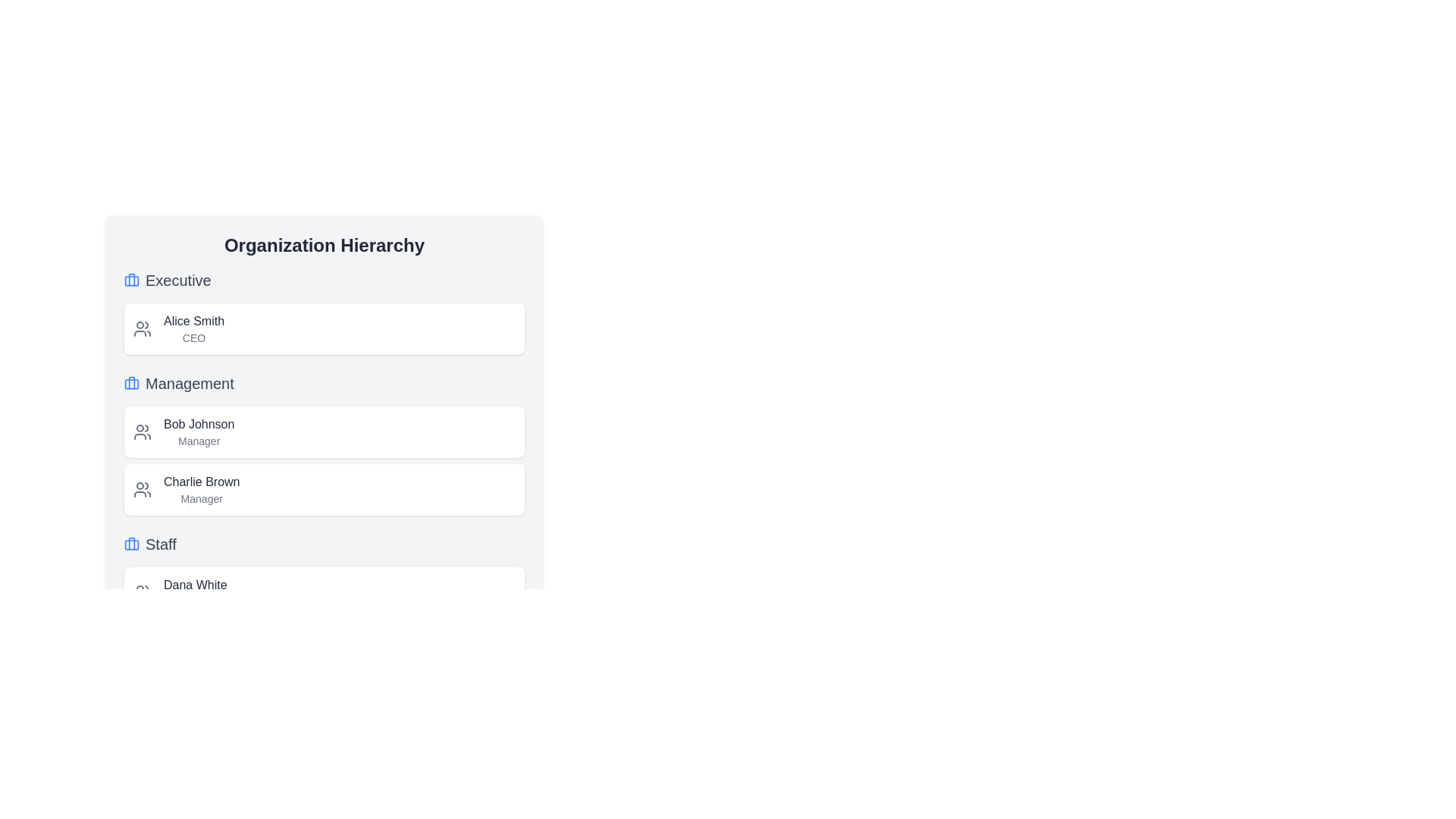 Image resolution: width=1456 pixels, height=819 pixels. What do you see at coordinates (201, 499) in the screenshot?
I see `the text label indicating the role or title of 'Charlie Brown', located below the name in the 'Management' section of the hierarchy listing interface` at bounding box center [201, 499].